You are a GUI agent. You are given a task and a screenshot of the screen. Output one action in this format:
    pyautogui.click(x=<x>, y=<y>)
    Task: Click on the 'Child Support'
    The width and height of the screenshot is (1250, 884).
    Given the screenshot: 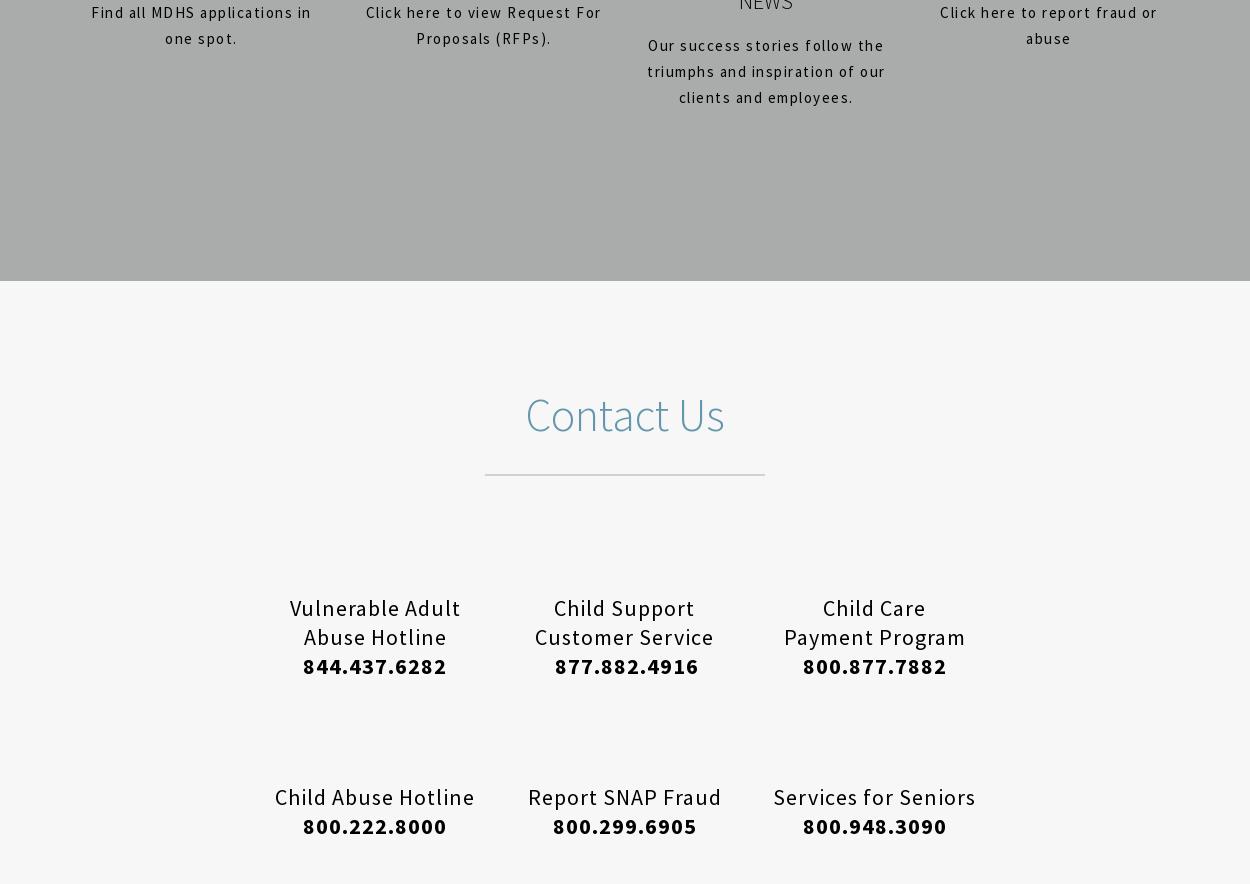 What is the action you would take?
    pyautogui.click(x=623, y=607)
    